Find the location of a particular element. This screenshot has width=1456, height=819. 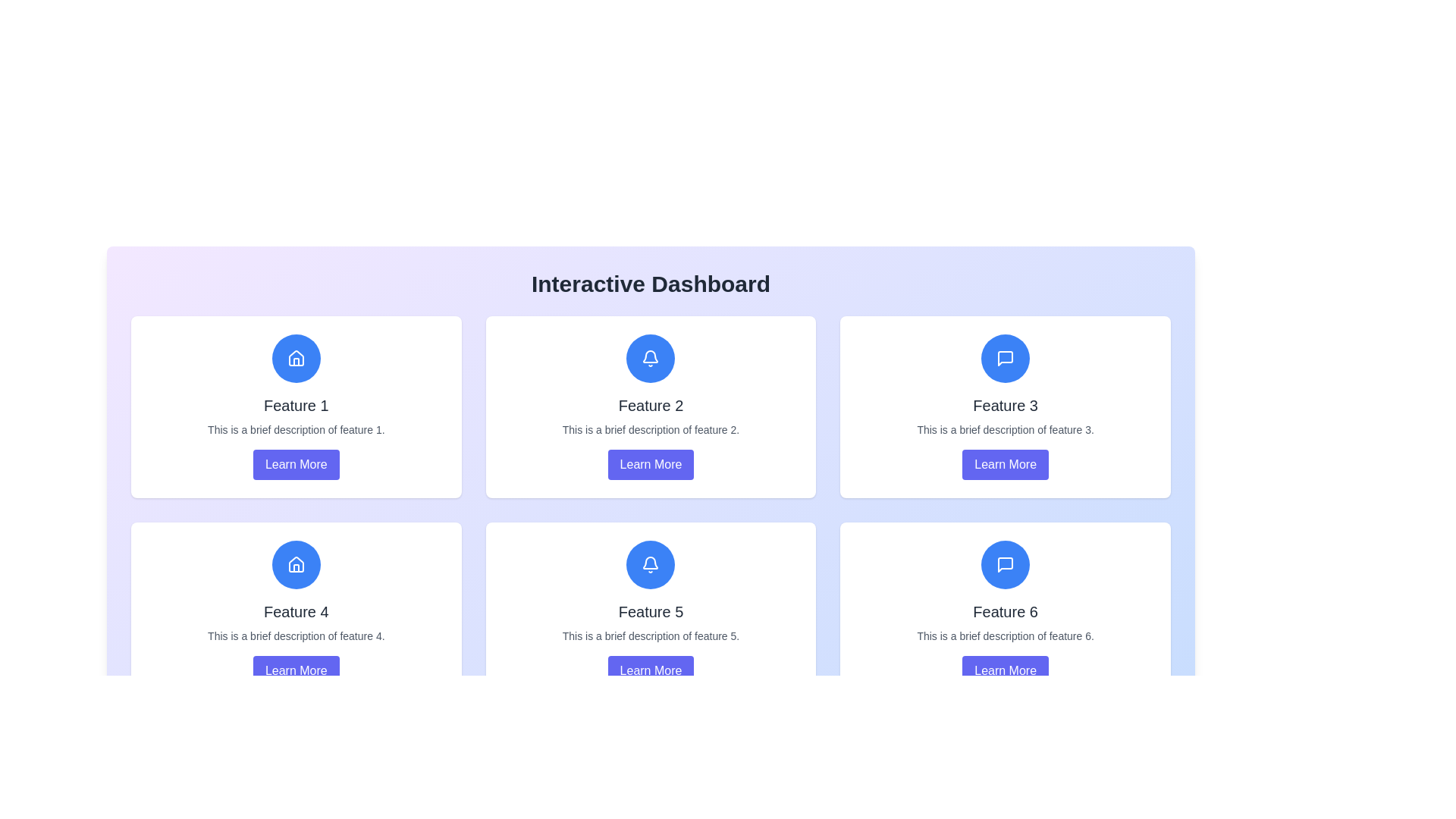

third feature icon representing 'feature 6', which is located in the bottom-right of the layout within a circular blue background is located at coordinates (1006, 564).